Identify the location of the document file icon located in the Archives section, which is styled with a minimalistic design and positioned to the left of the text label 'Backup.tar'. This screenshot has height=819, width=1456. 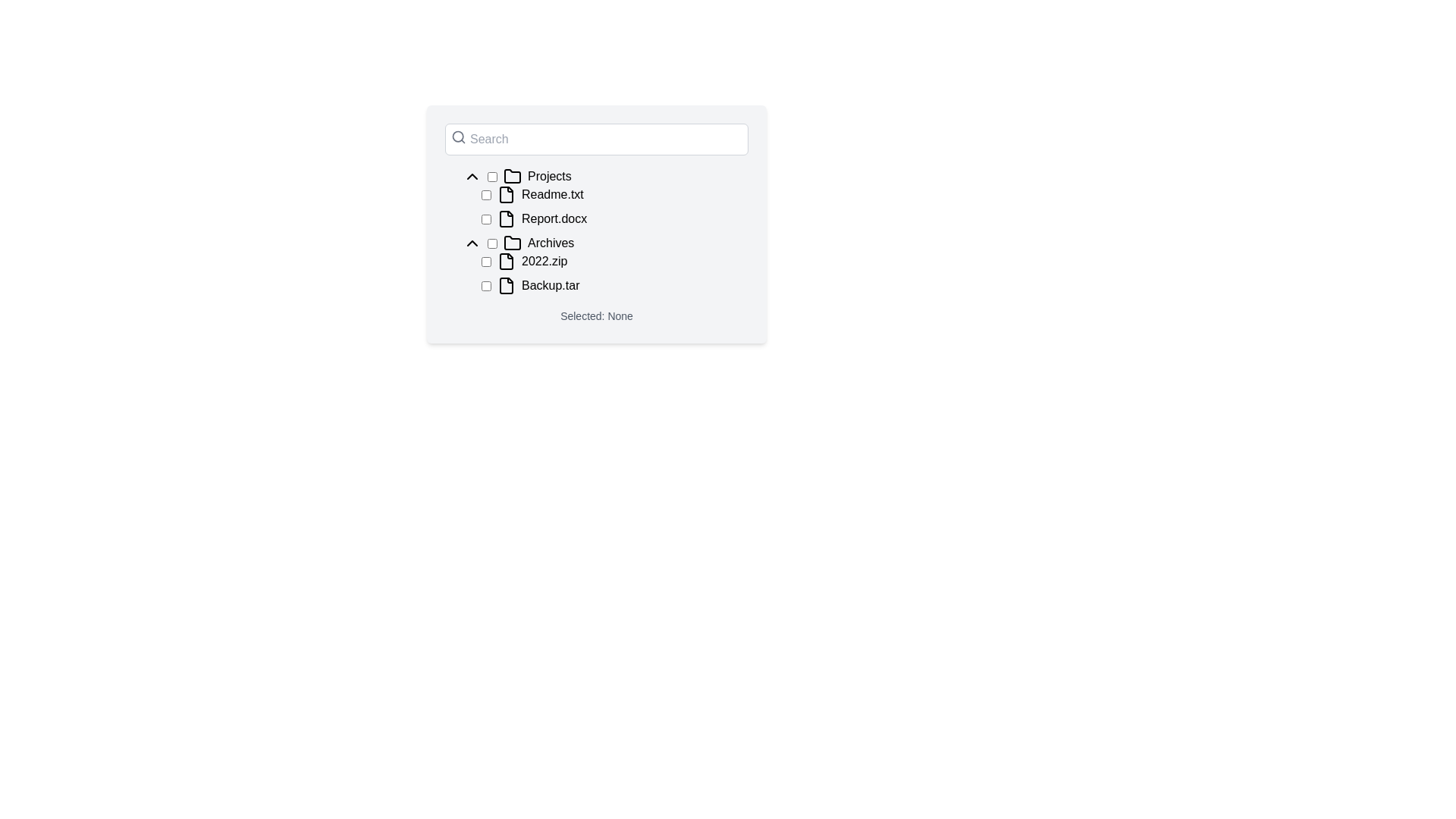
(506, 286).